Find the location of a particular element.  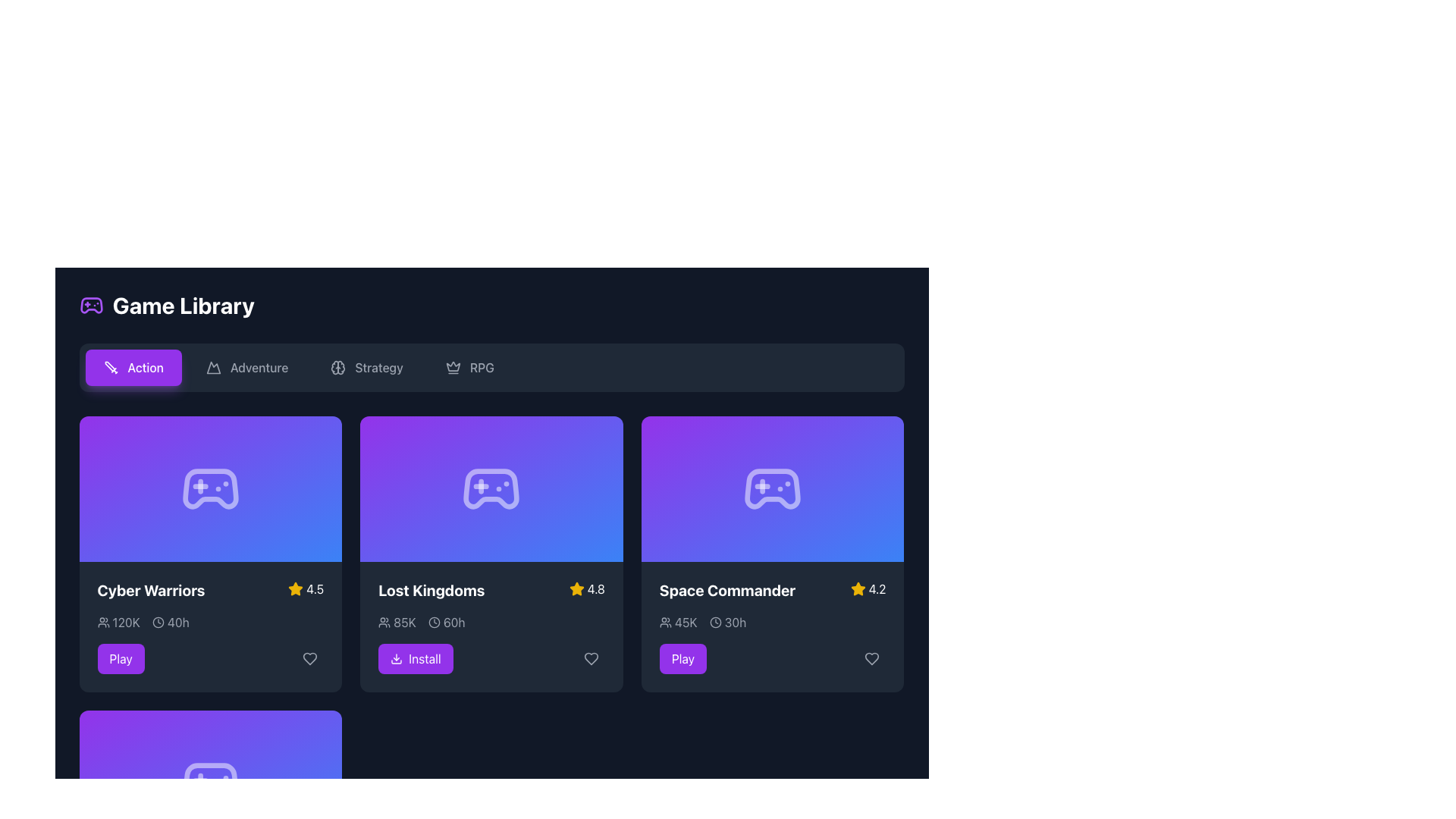

the text label indicating the number of users for the 'Lost Kingdoms' game, located in the lower section of its card next to a user icon is located at coordinates (404, 623).